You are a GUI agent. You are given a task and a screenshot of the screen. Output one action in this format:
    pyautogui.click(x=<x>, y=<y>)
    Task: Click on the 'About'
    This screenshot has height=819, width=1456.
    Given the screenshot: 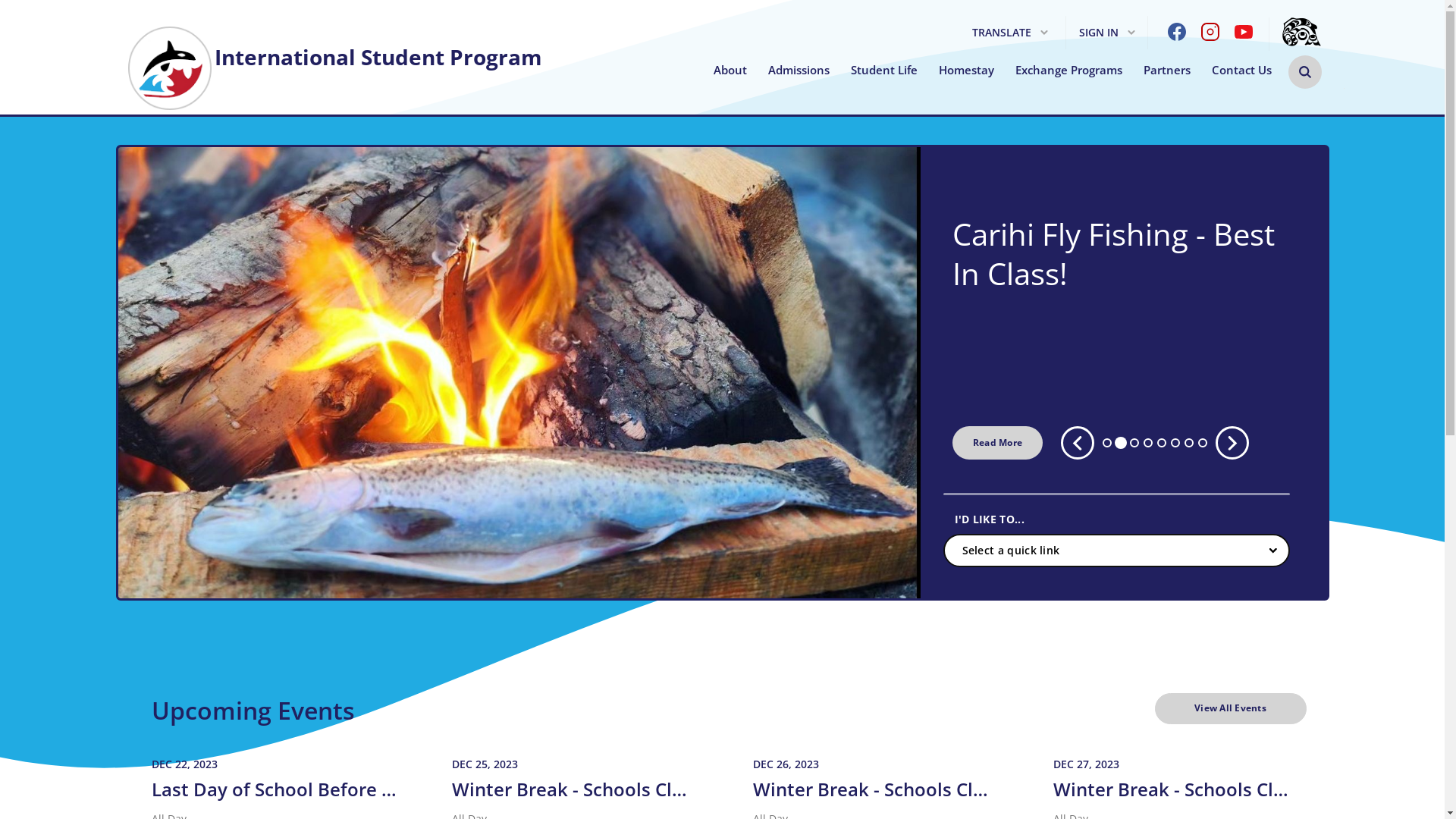 What is the action you would take?
    pyautogui.click(x=729, y=70)
    